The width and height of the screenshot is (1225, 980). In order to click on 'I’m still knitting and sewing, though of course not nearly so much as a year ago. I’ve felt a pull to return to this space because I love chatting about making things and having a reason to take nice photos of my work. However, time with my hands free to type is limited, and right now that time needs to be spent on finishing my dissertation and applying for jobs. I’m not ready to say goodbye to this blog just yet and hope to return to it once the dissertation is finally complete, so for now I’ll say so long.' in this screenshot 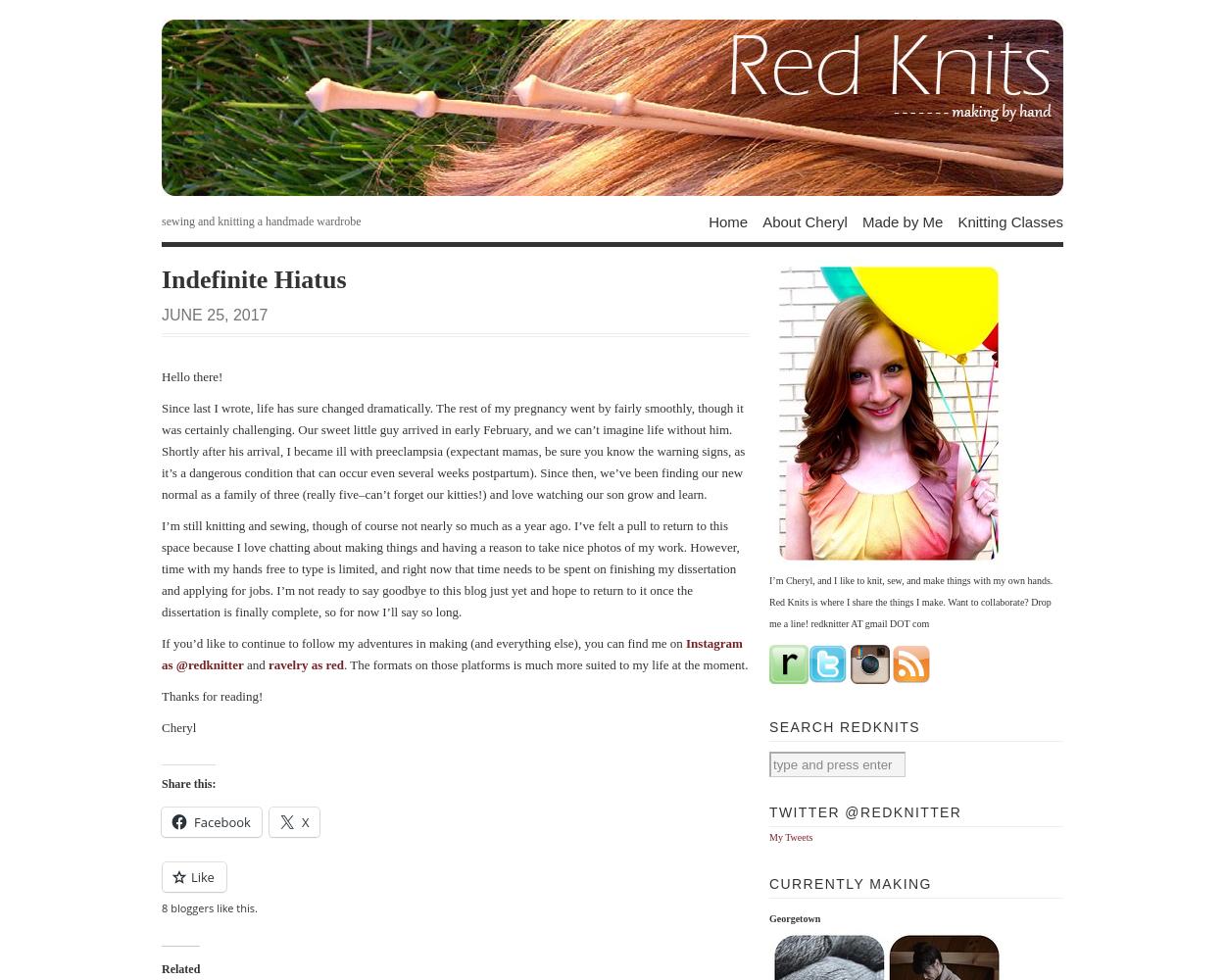, I will do `click(449, 566)`.